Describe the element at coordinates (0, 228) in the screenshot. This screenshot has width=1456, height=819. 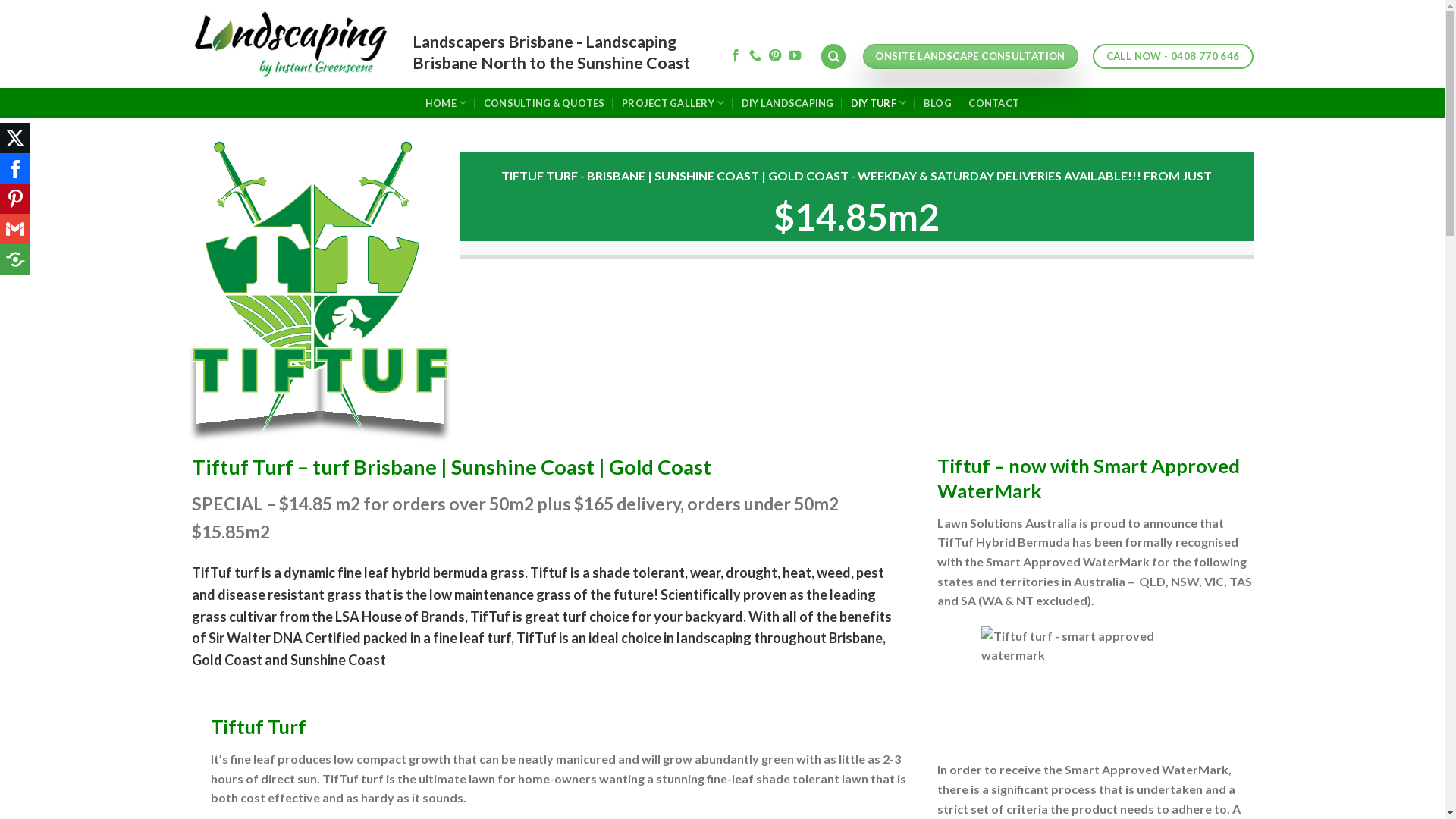
I see `'Google Gmail'` at that location.